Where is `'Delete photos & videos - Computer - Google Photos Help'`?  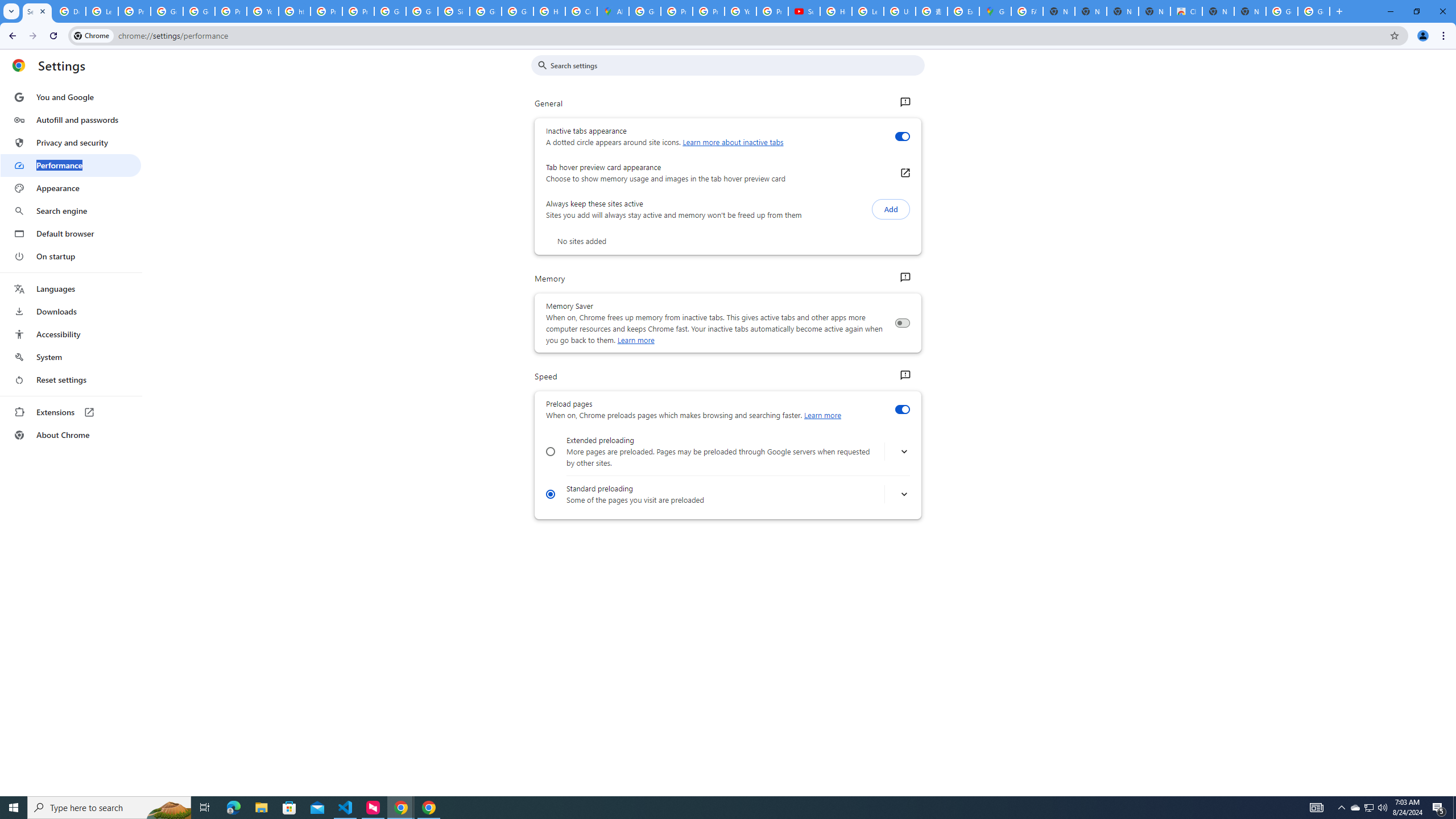
'Delete photos & videos - Computer - Google Photos Help' is located at coordinates (69, 11).